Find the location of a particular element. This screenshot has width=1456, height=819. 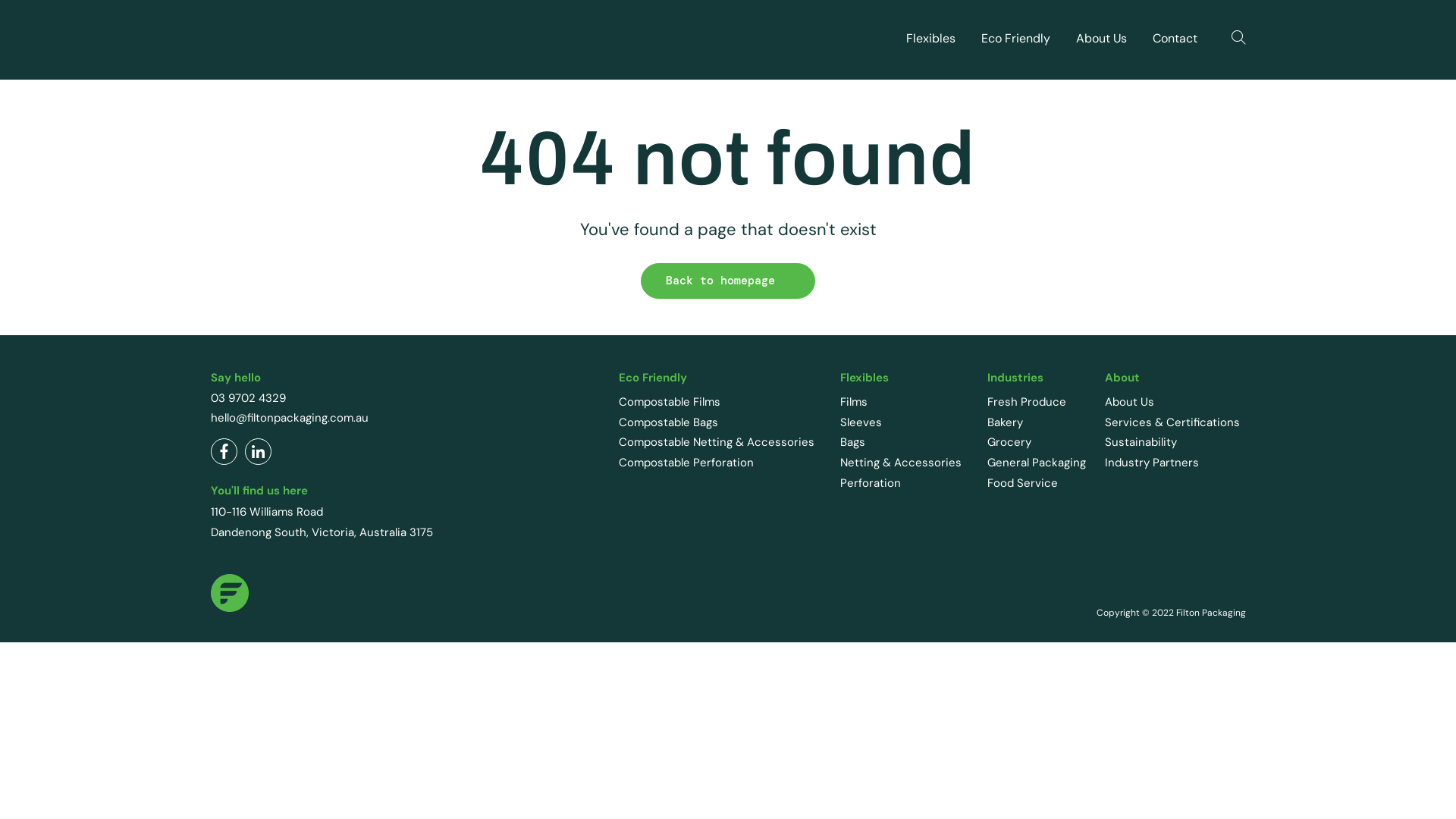

'Industry Partners' is located at coordinates (1105, 461).